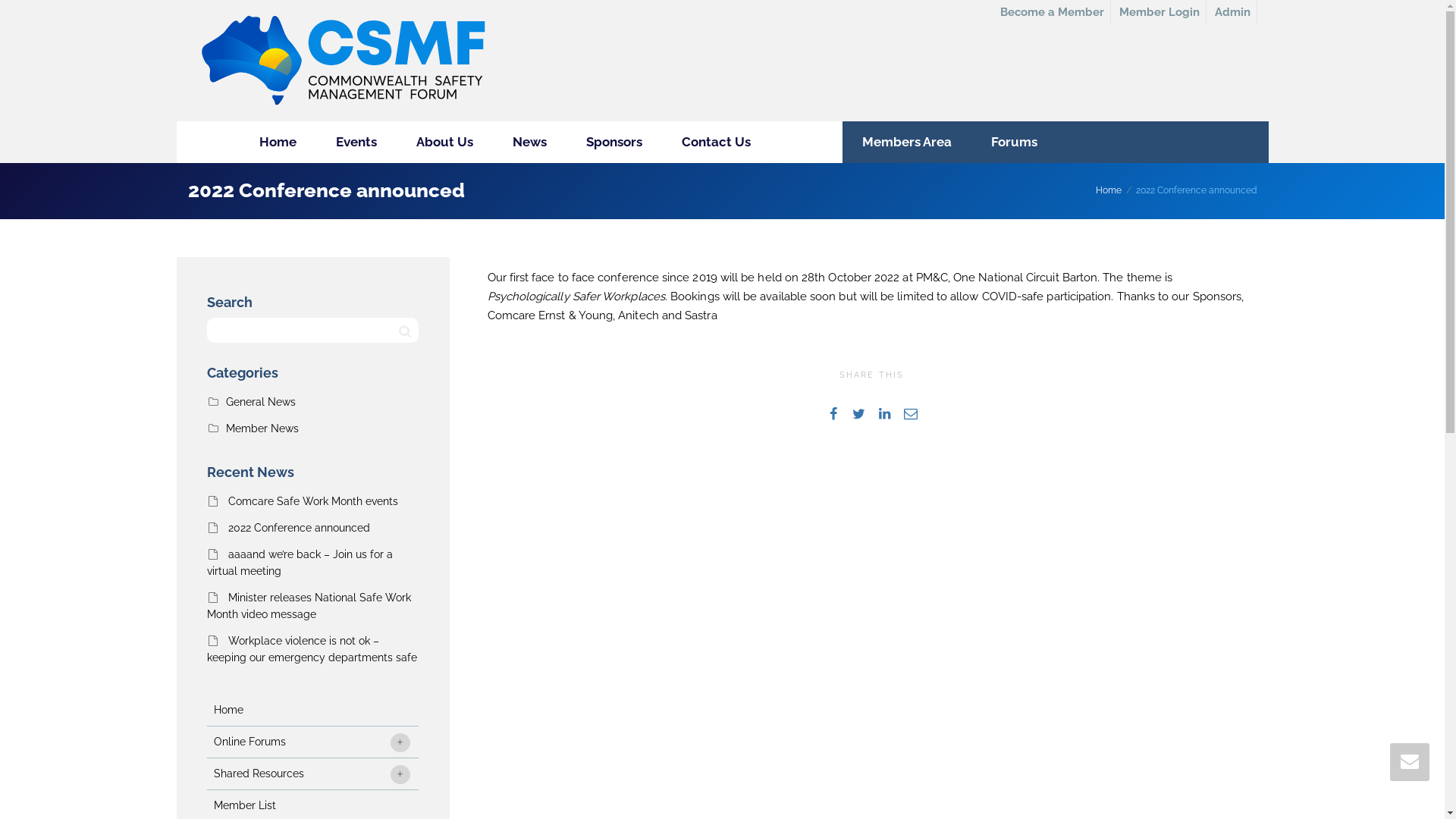  I want to click on 'Become a Member', so click(1051, 12).